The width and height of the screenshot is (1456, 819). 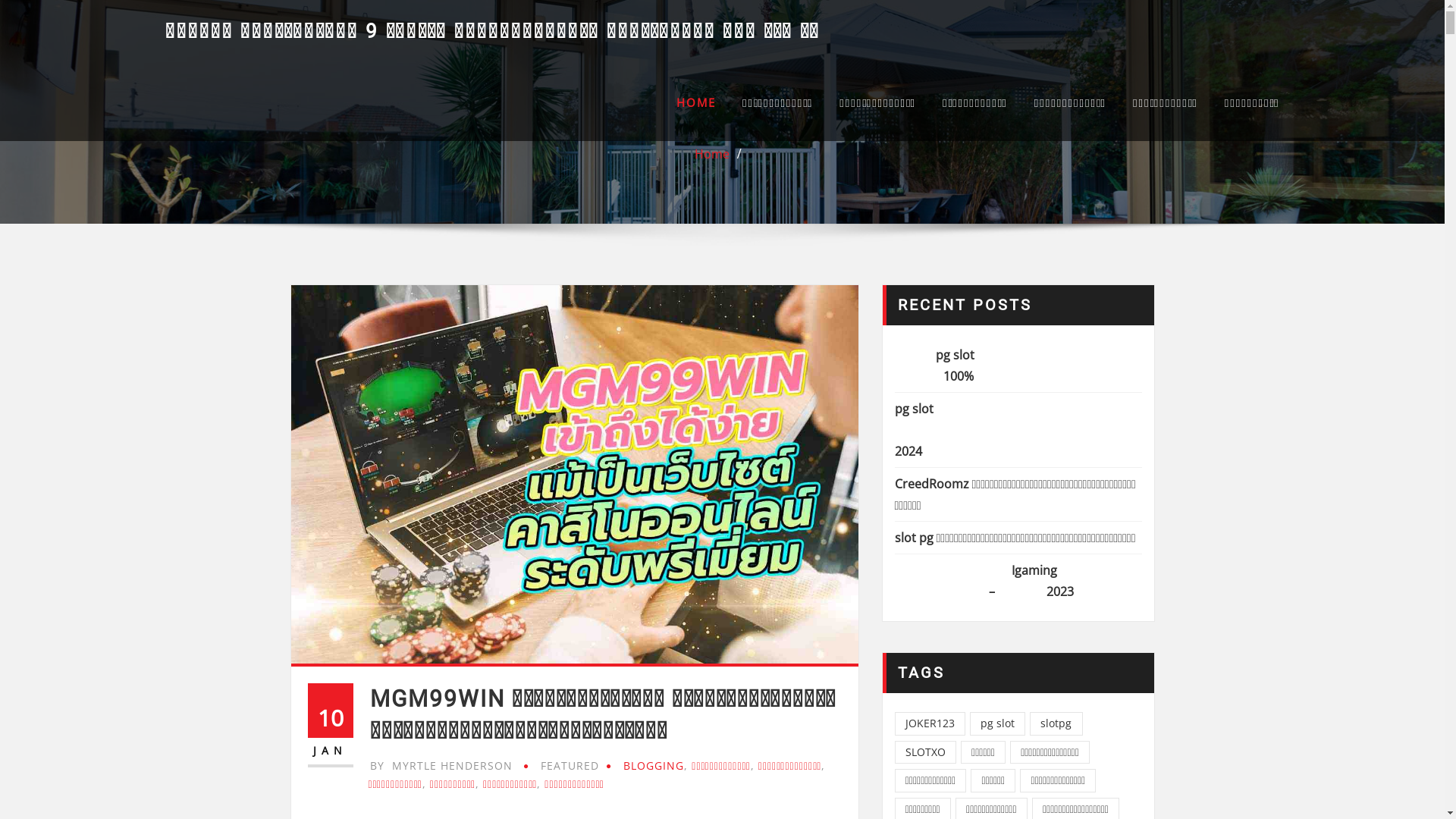 What do you see at coordinates (924, 752) in the screenshot?
I see `'SLOTXO'` at bounding box center [924, 752].